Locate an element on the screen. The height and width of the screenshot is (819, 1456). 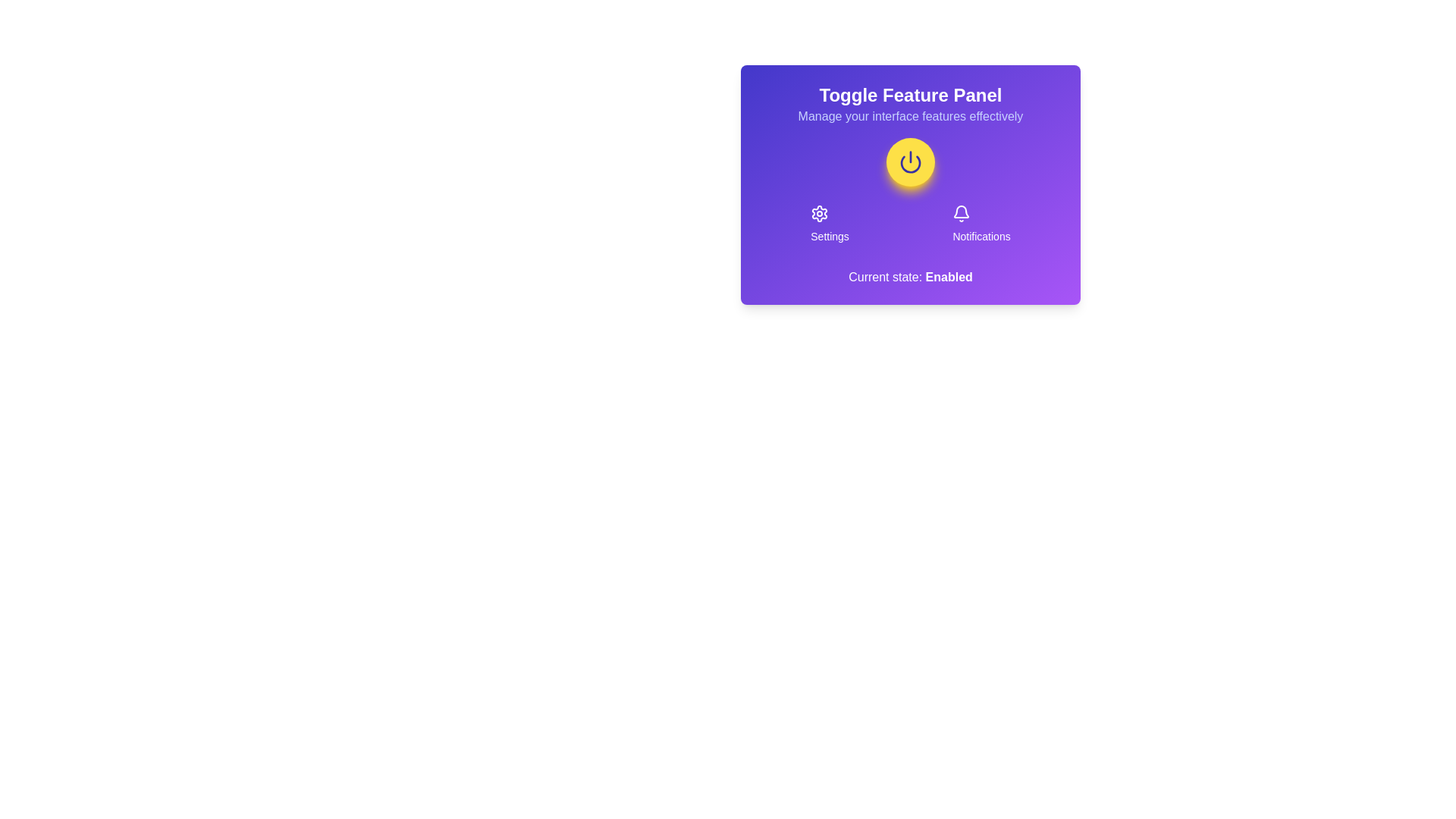
the power toggle SVG icon located at the center of the yellow circular button in the middle-top section of the card interface is located at coordinates (910, 162).